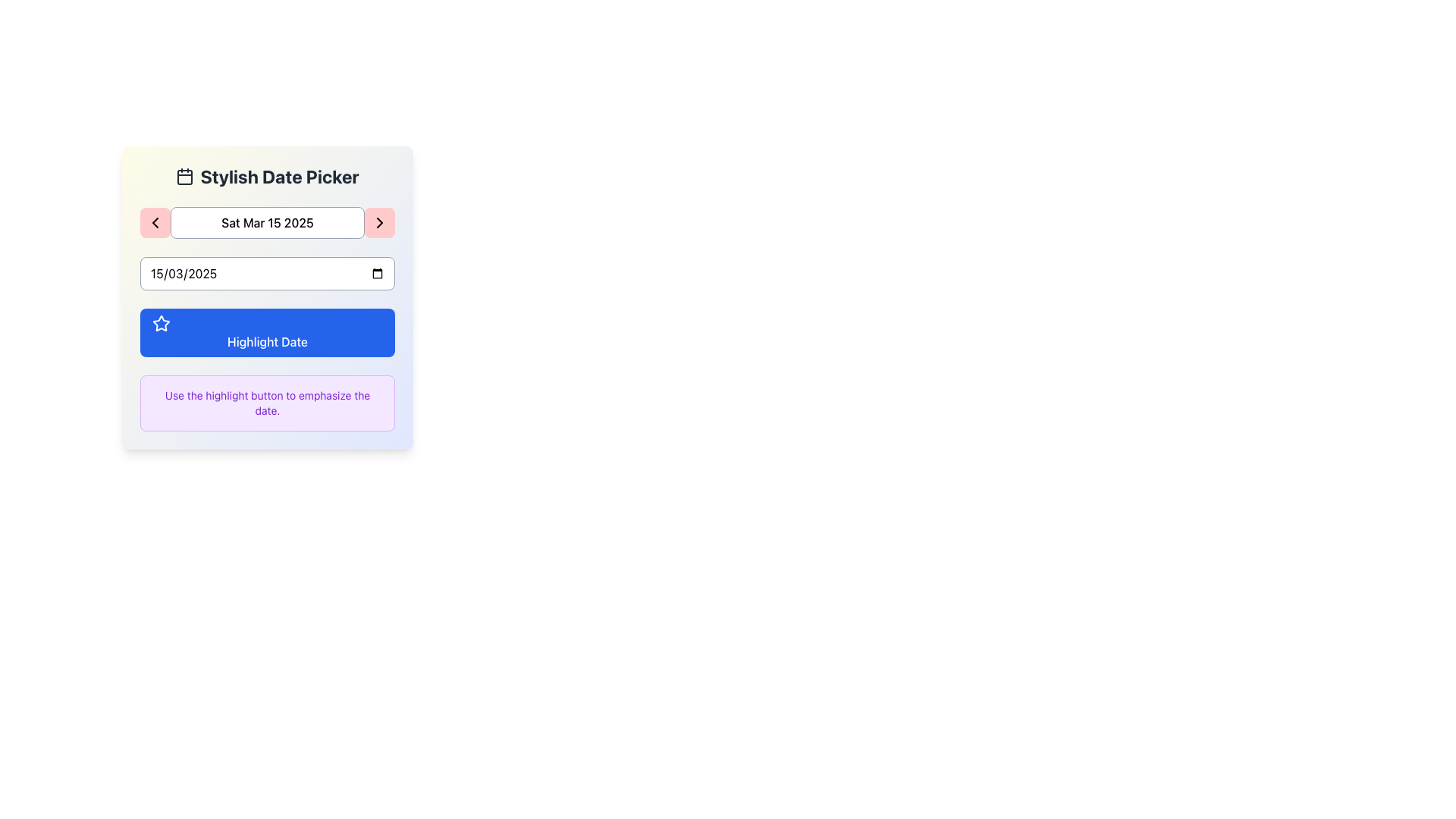 The height and width of the screenshot is (819, 1456). What do you see at coordinates (379, 222) in the screenshot?
I see `the right-pointing chevron button located at the center-right of the date display ('Sat Mar 15 2025')` at bounding box center [379, 222].